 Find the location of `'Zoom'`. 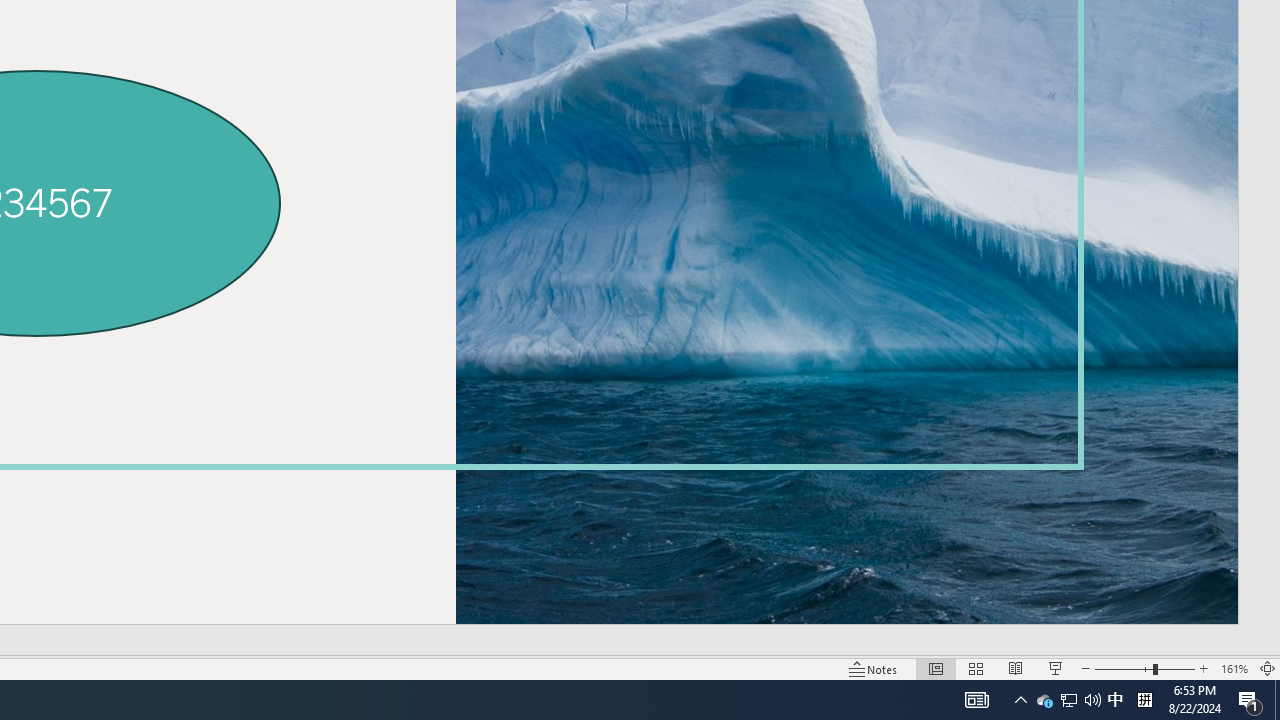

'Zoom' is located at coordinates (1144, 669).